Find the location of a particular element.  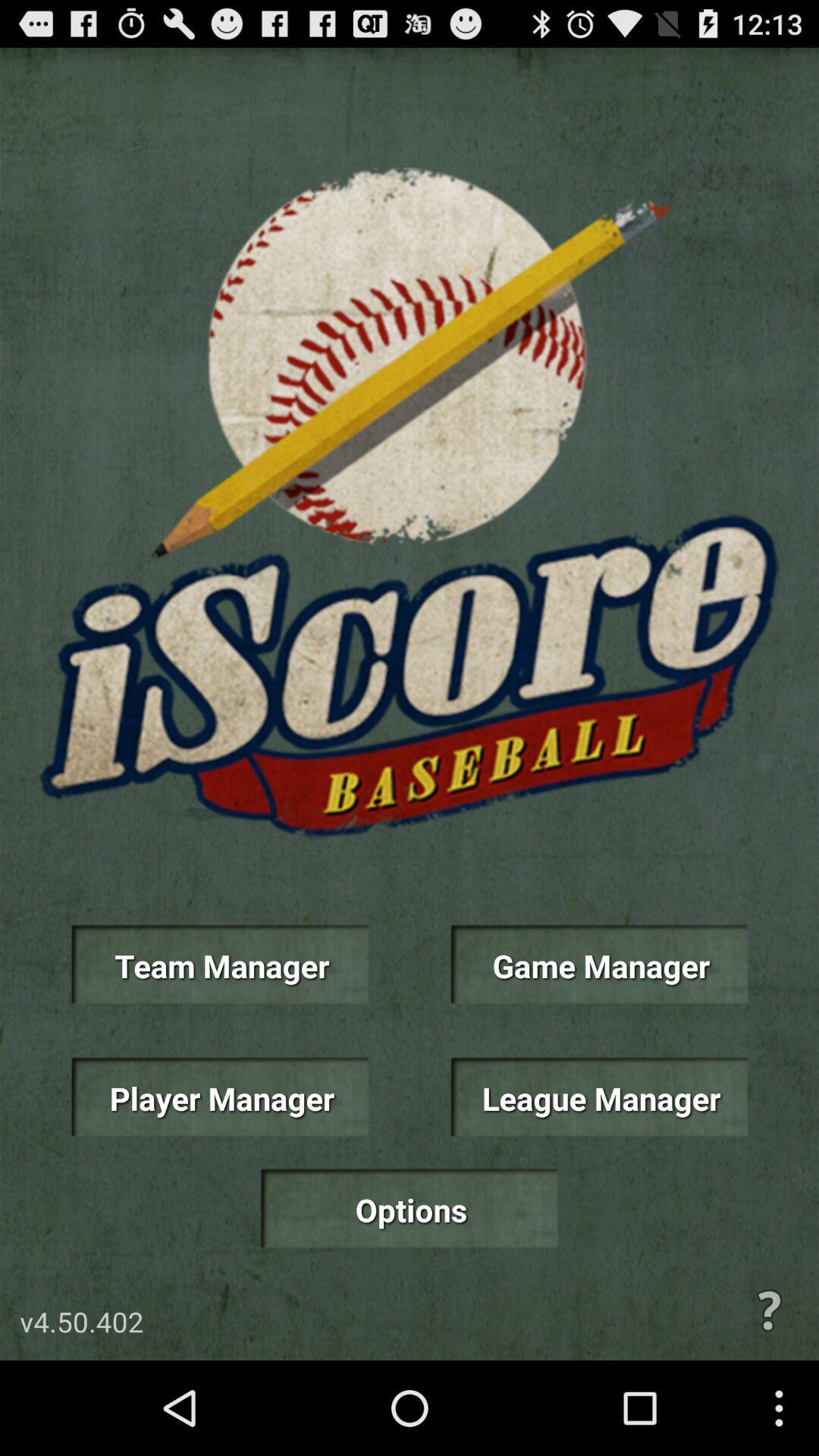

the help icon is located at coordinates (769, 1401).